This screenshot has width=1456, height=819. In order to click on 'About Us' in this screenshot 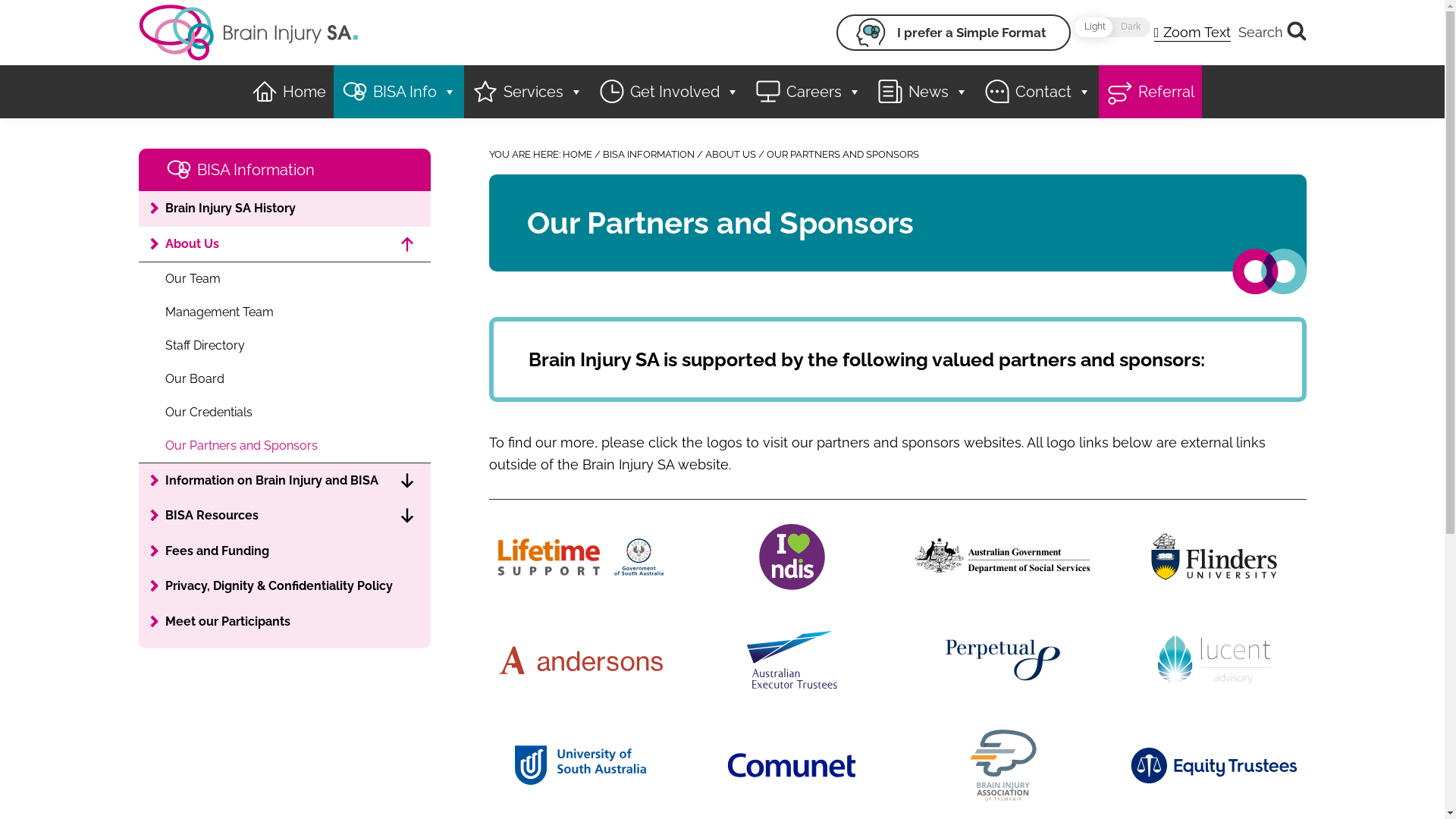, I will do `click(284, 243)`.